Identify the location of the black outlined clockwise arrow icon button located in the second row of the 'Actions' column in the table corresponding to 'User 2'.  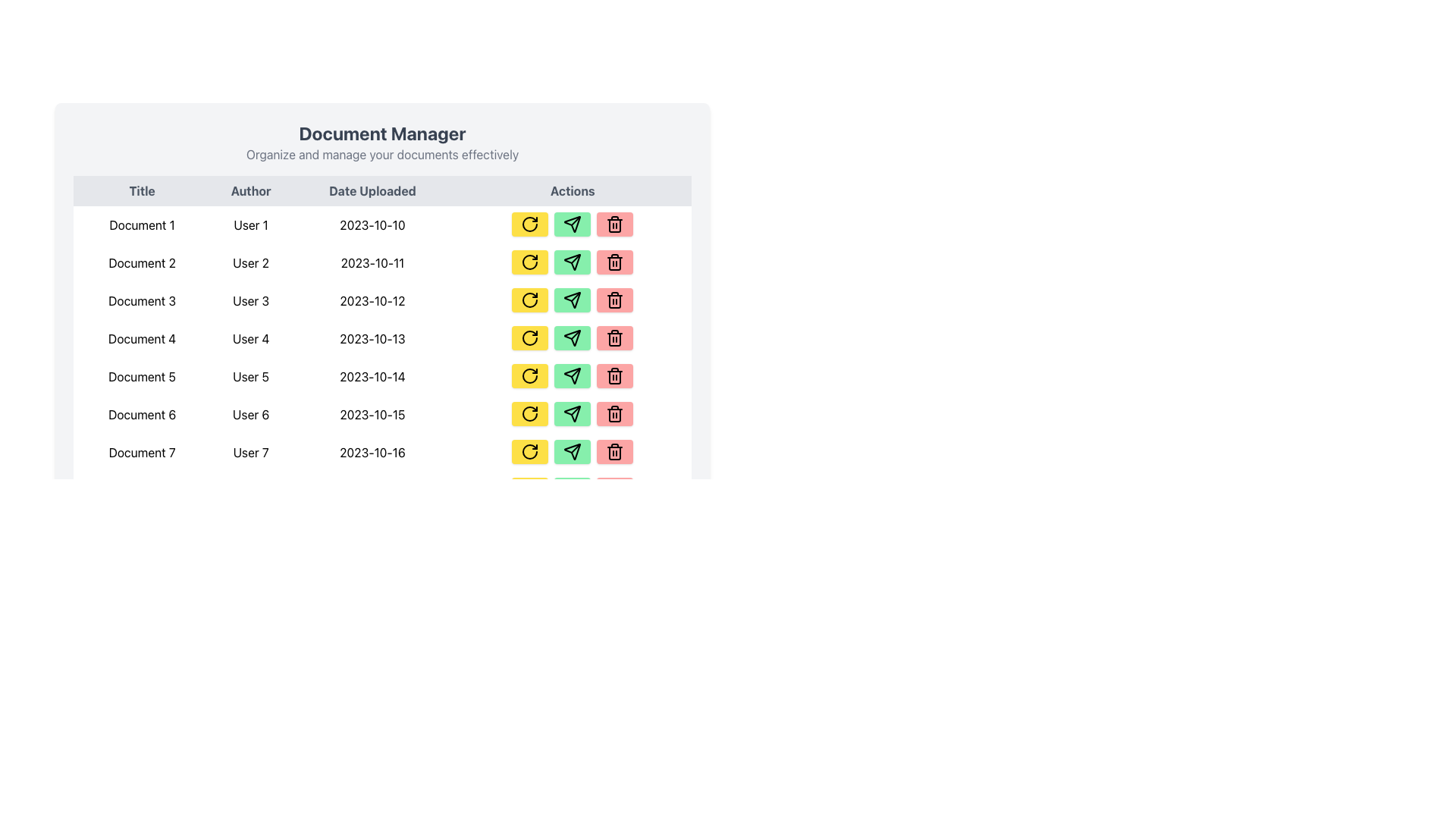
(530, 262).